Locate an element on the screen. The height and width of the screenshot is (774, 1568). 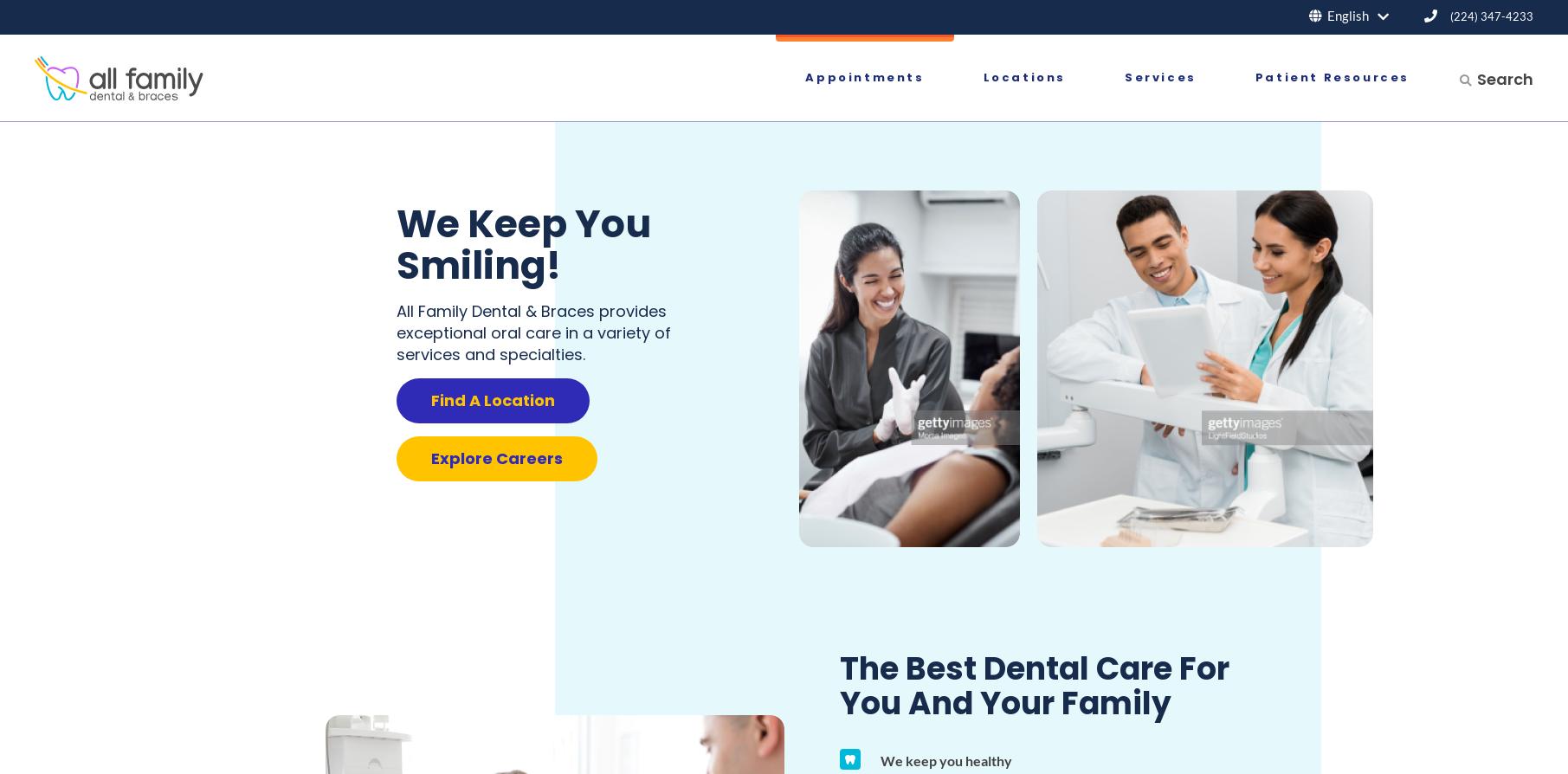
'services and specialties.' is located at coordinates (395, 353).